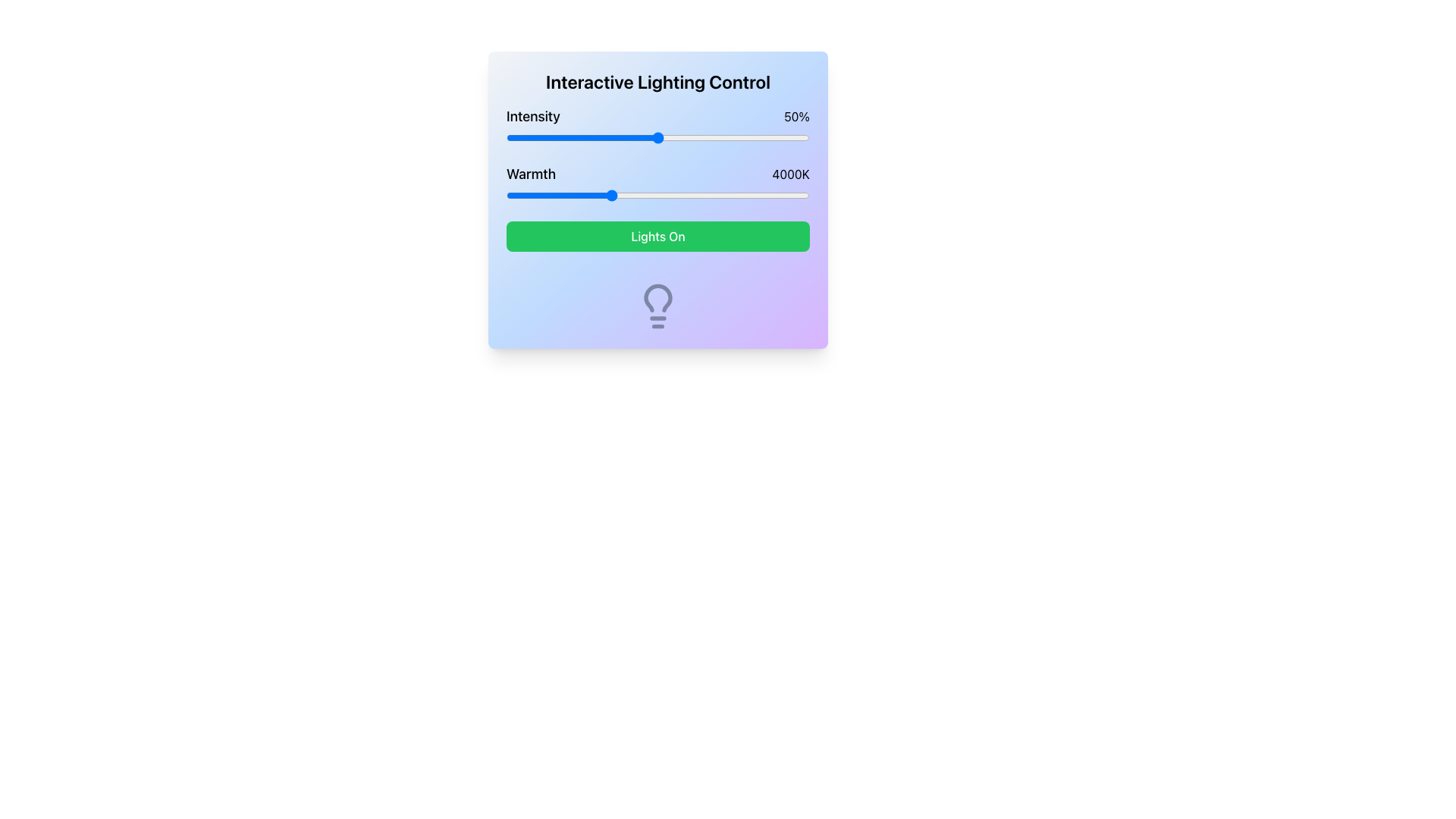 Image resolution: width=1456 pixels, height=819 pixels. Describe the element at coordinates (651, 137) in the screenshot. I see `the slider value` at that location.